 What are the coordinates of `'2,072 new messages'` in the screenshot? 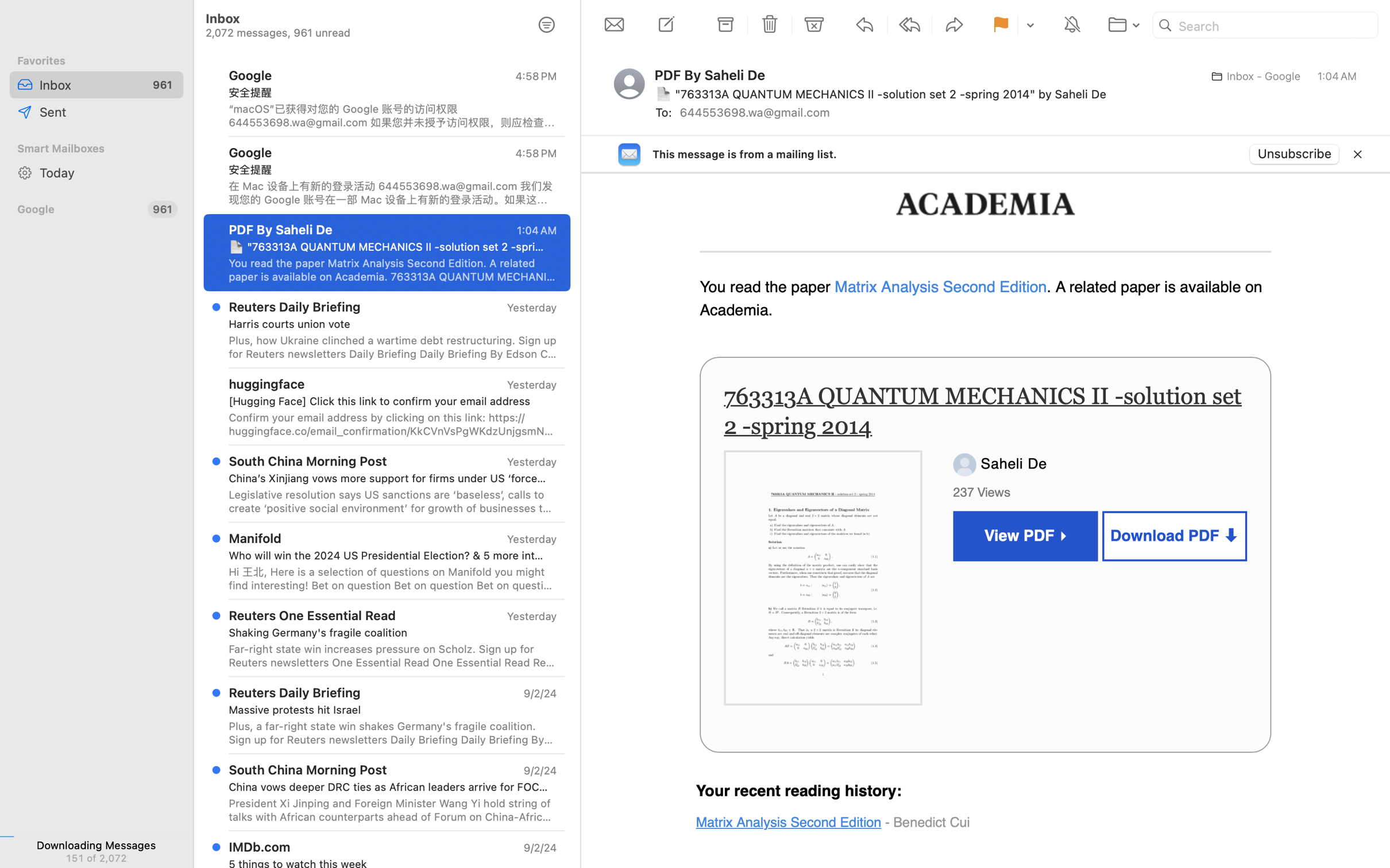 It's located at (95, 857).